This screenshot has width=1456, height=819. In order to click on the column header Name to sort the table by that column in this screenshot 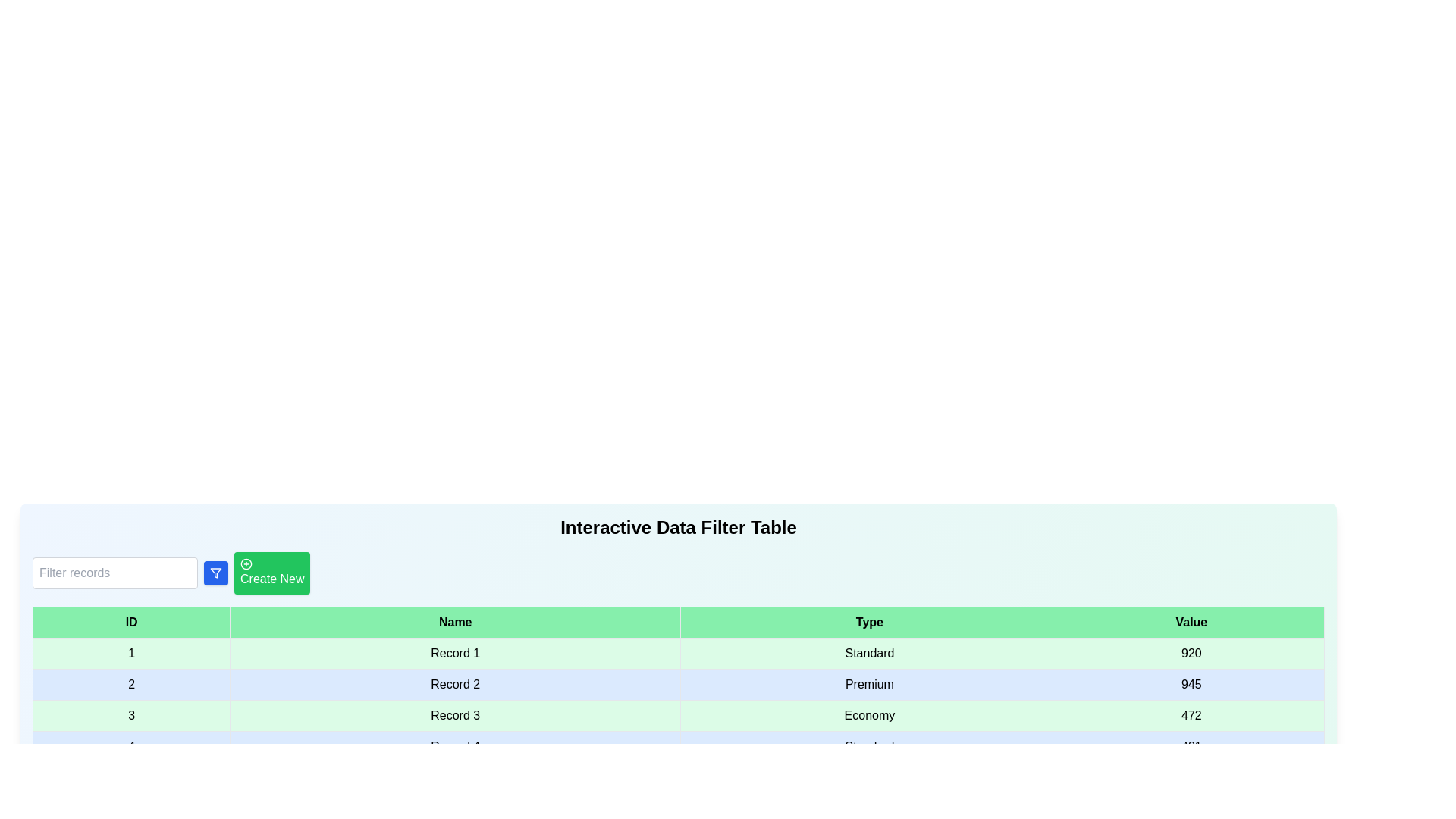, I will do `click(454, 623)`.